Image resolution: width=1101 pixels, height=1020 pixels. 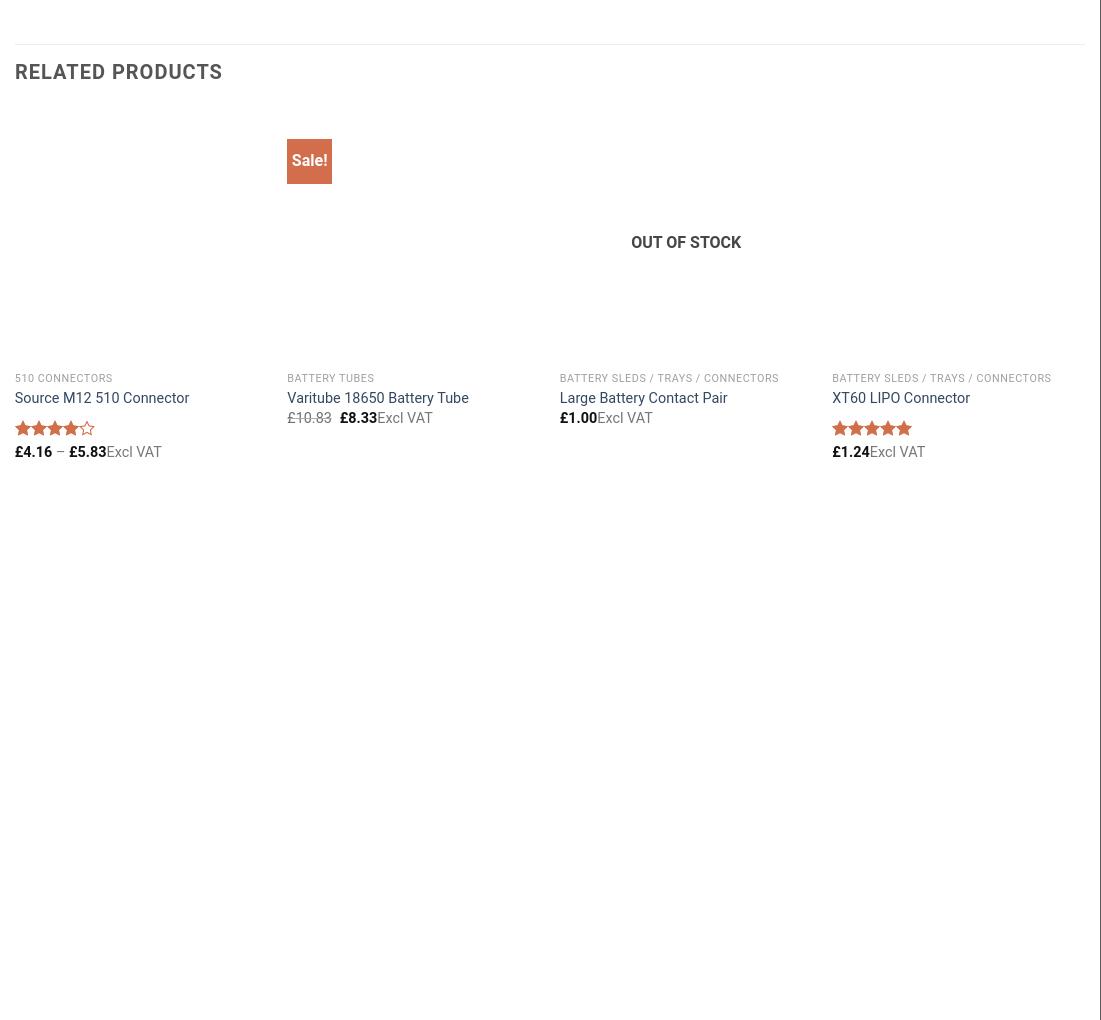 What do you see at coordinates (135, 949) in the screenshot?
I see `'Privacy Policy'` at bounding box center [135, 949].